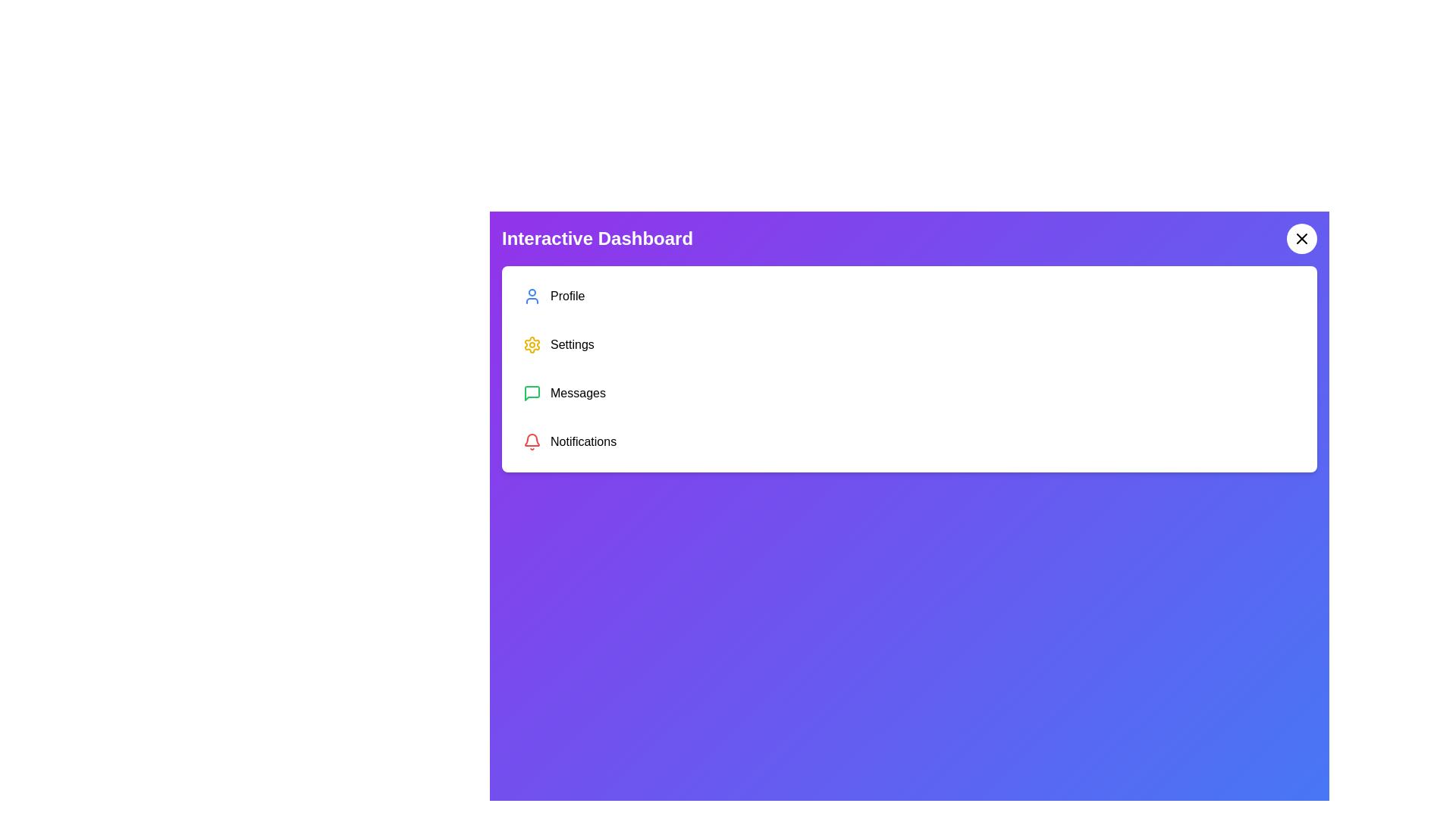 The height and width of the screenshot is (819, 1456). I want to click on the 'Settings' icon, which is the second item in a vertical list, so click(532, 345).